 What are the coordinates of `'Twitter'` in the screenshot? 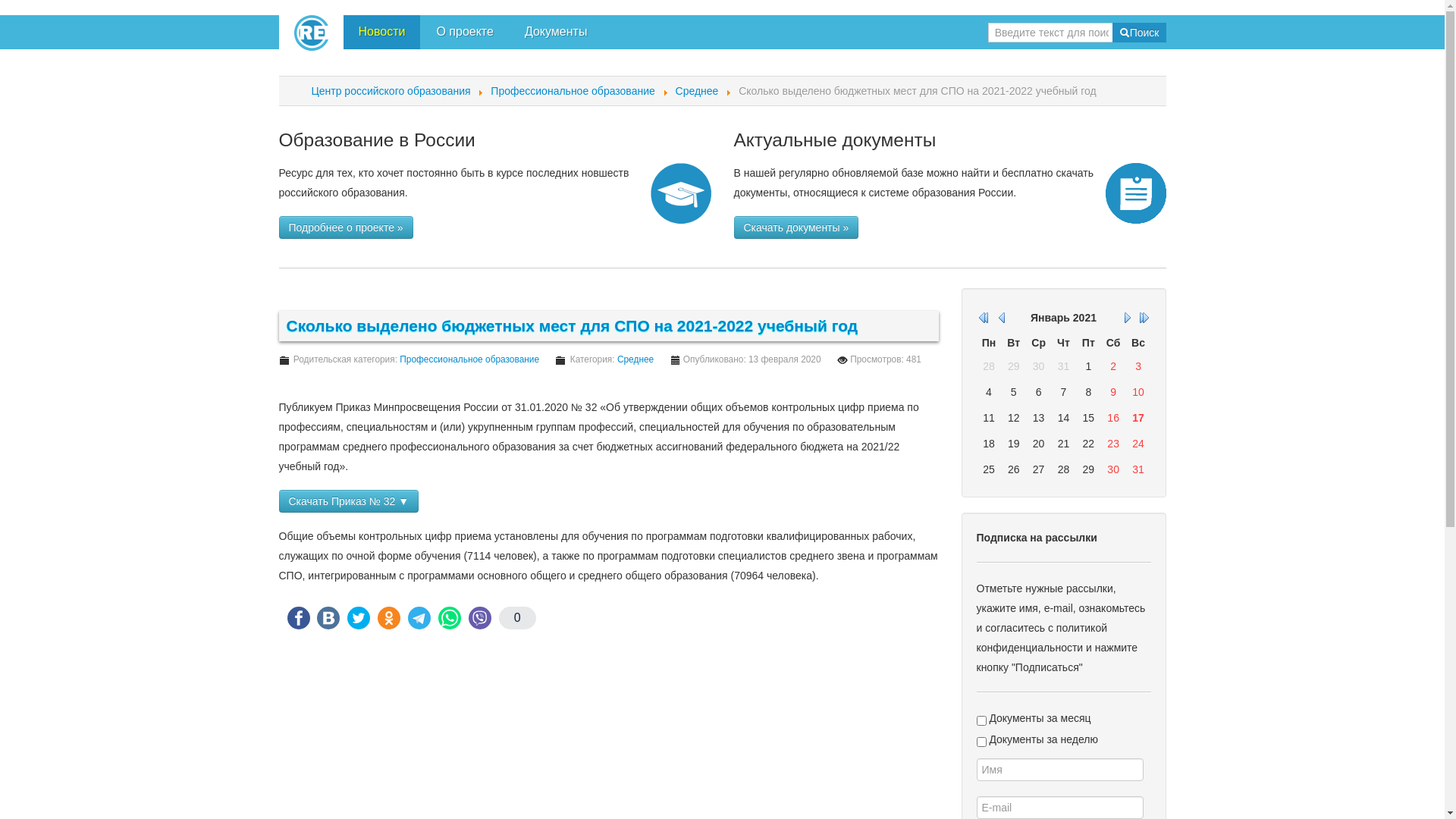 It's located at (346, 617).